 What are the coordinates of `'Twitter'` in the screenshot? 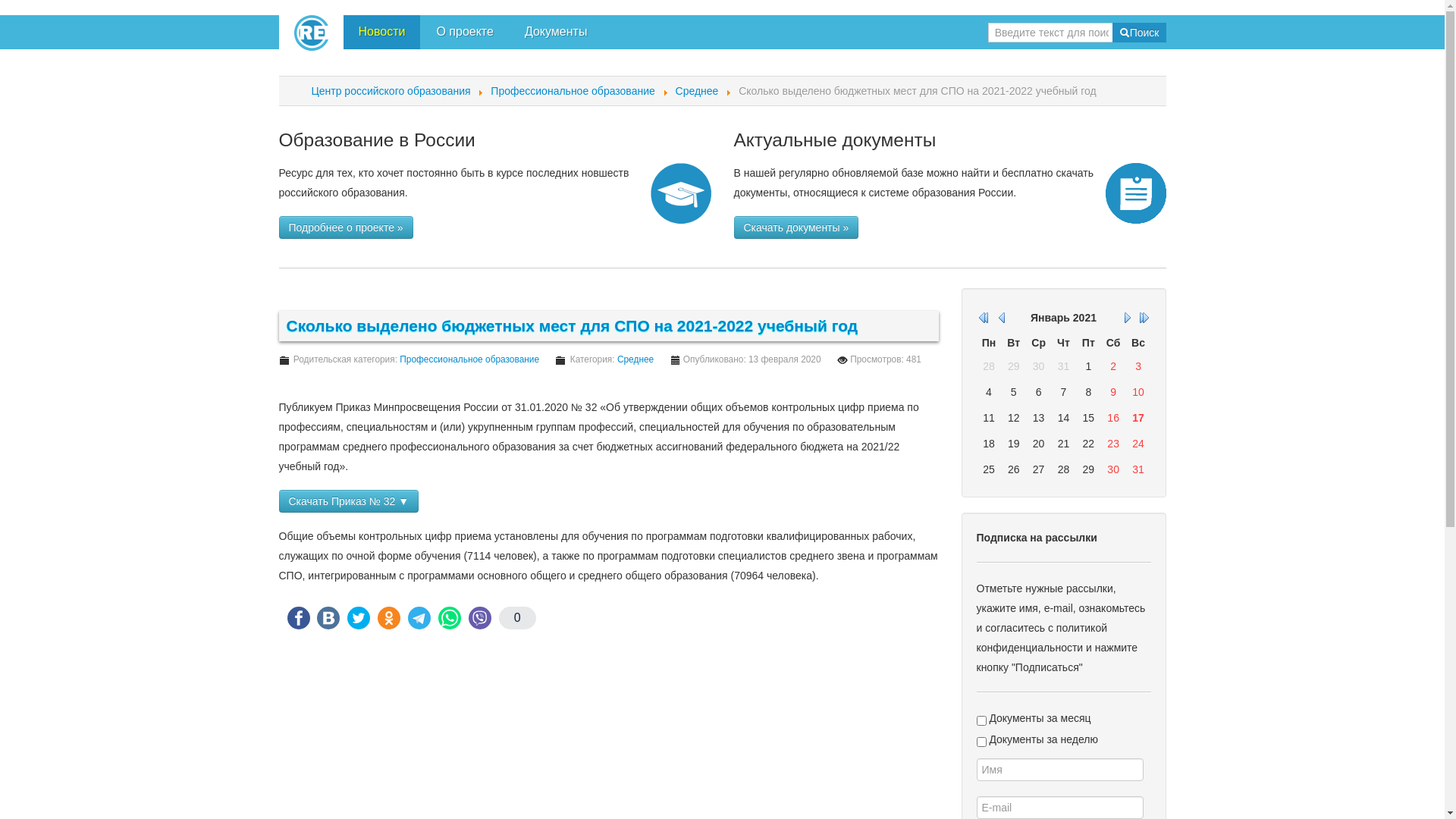 It's located at (346, 617).